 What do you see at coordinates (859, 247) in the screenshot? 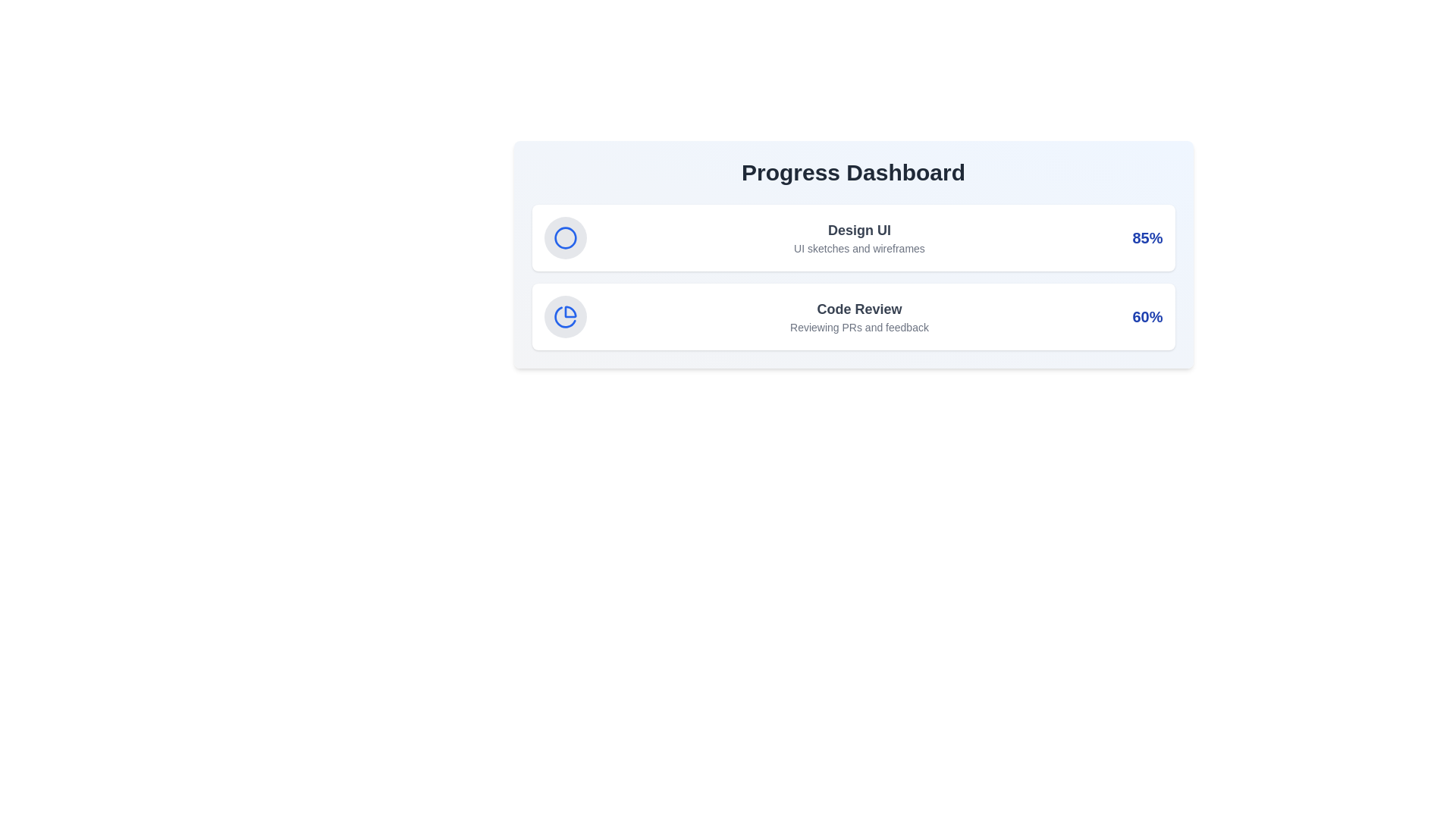
I see `the descriptive text label providing additional information for the 'Design UI' task, located below the 'Design UI' text in the progress dashboard interface` at bounding box center [859, 247].